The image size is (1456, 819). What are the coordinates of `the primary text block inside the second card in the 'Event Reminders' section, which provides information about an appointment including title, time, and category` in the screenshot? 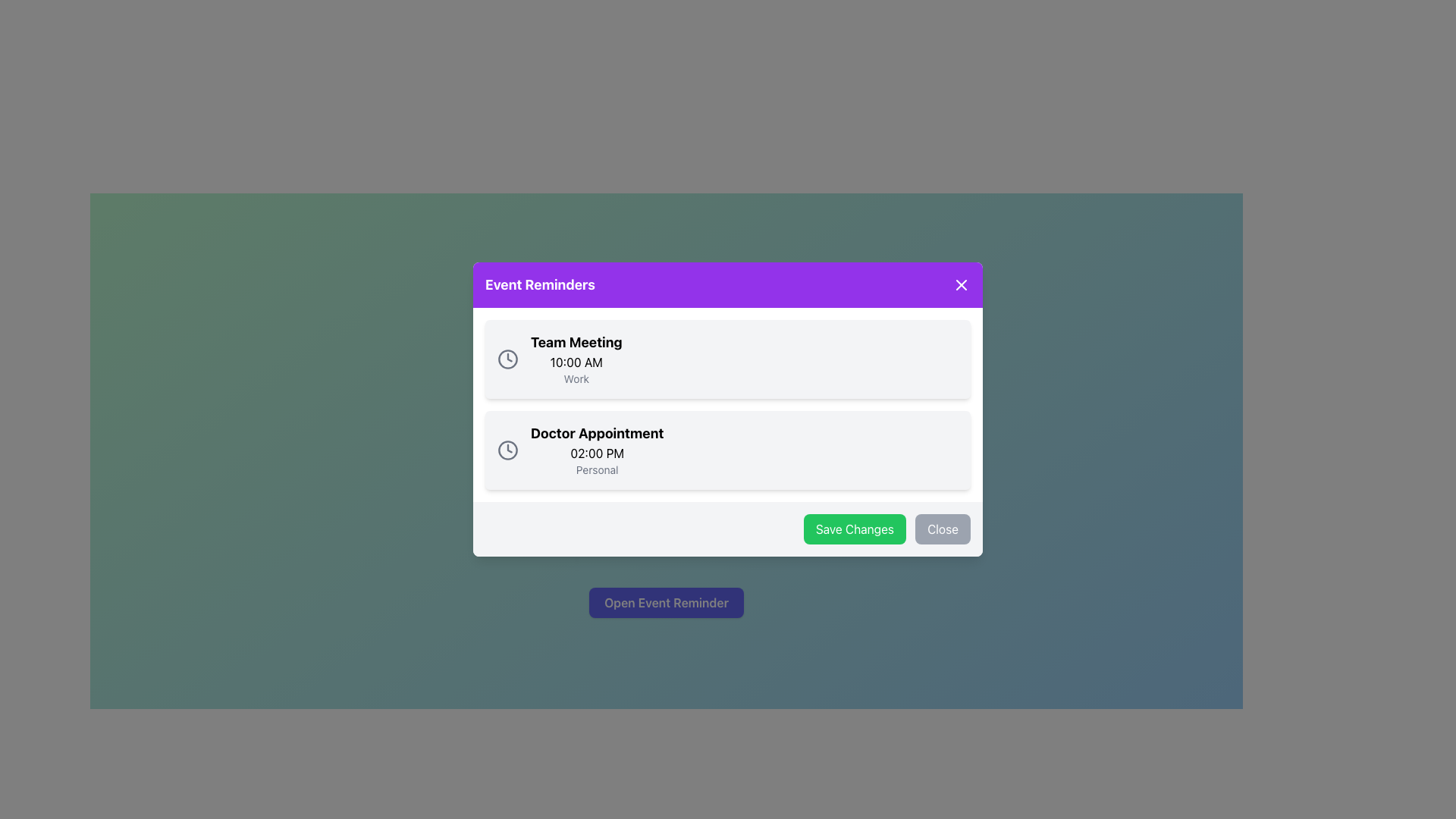 It's located at (596, 450).